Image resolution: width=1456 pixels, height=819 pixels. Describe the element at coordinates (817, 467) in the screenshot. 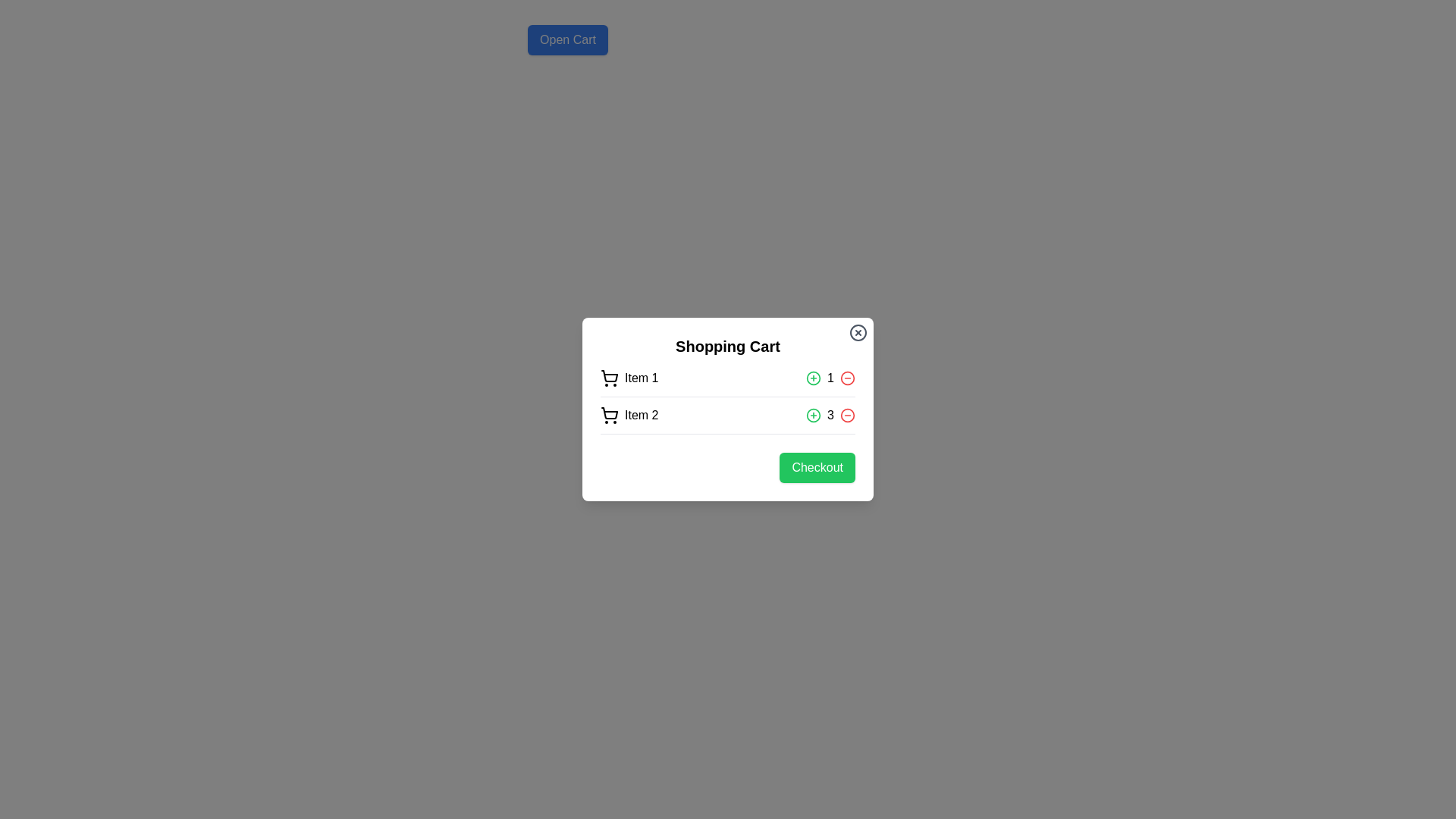

I see `the checkout button located in the bottom-right corner of the shopping cart pop-up` at that location.